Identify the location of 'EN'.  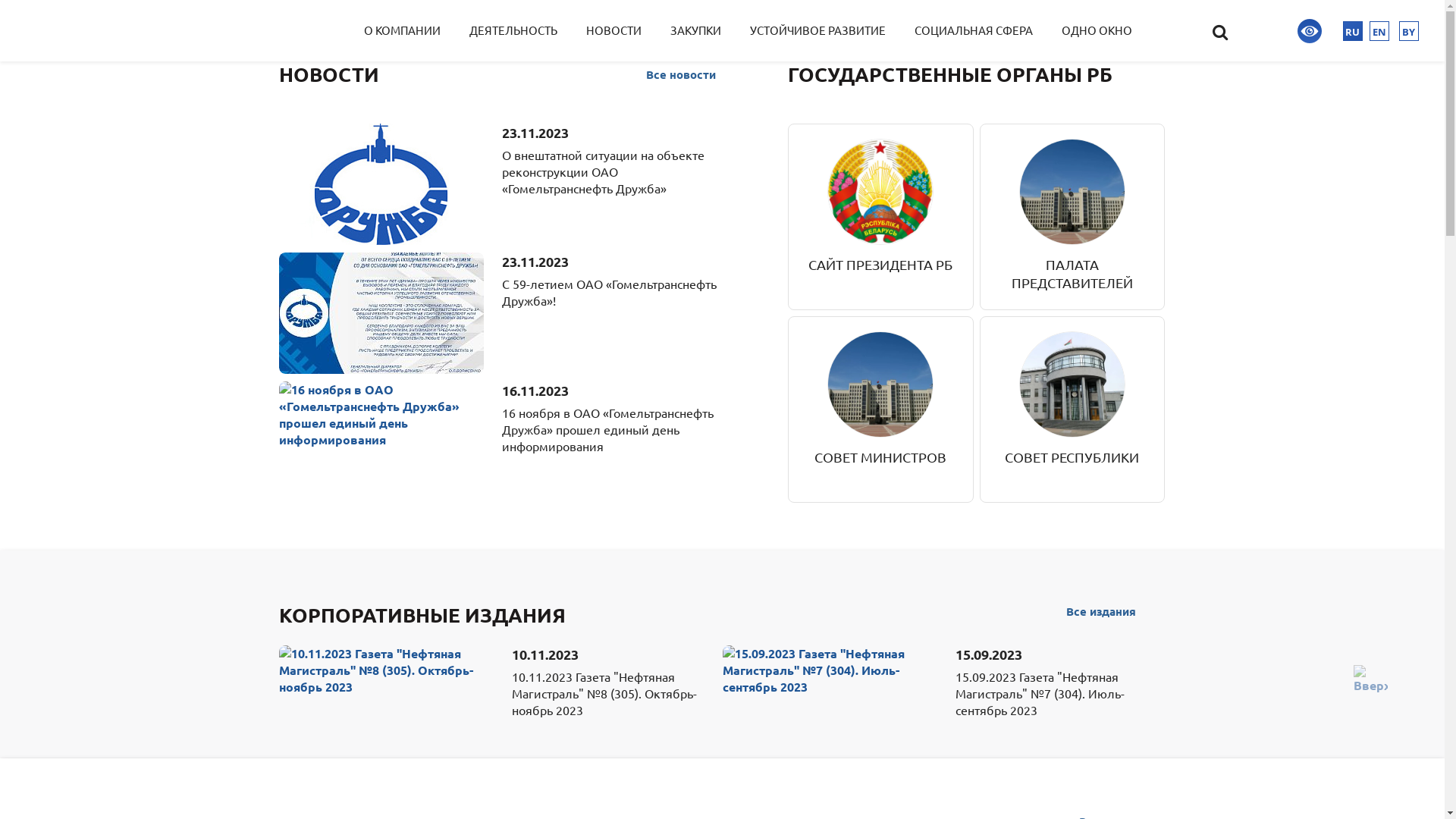
(1379, 31).